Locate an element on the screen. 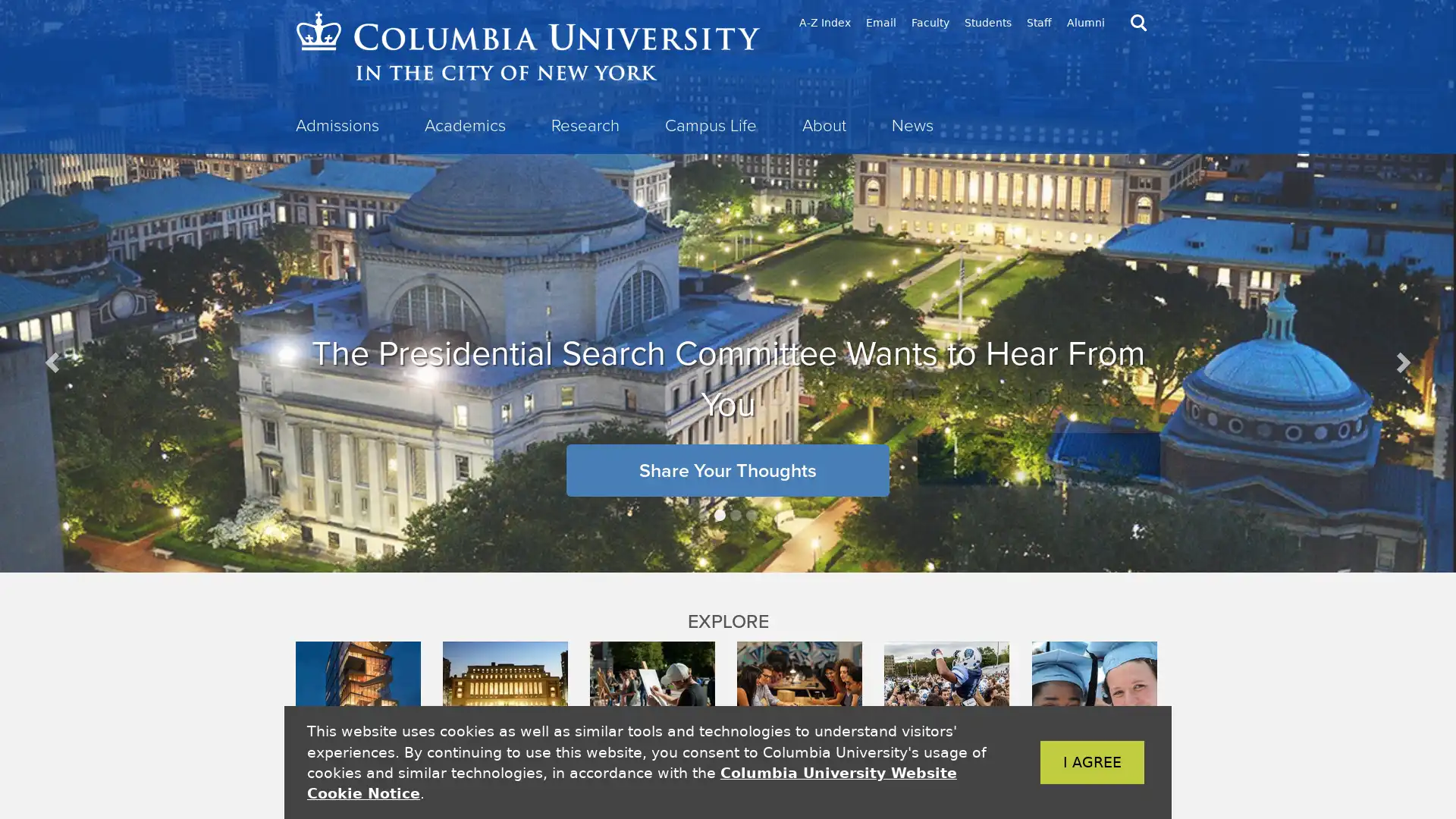  Close Cookie Notice I AGREE is located at coordinates (1068, 762).